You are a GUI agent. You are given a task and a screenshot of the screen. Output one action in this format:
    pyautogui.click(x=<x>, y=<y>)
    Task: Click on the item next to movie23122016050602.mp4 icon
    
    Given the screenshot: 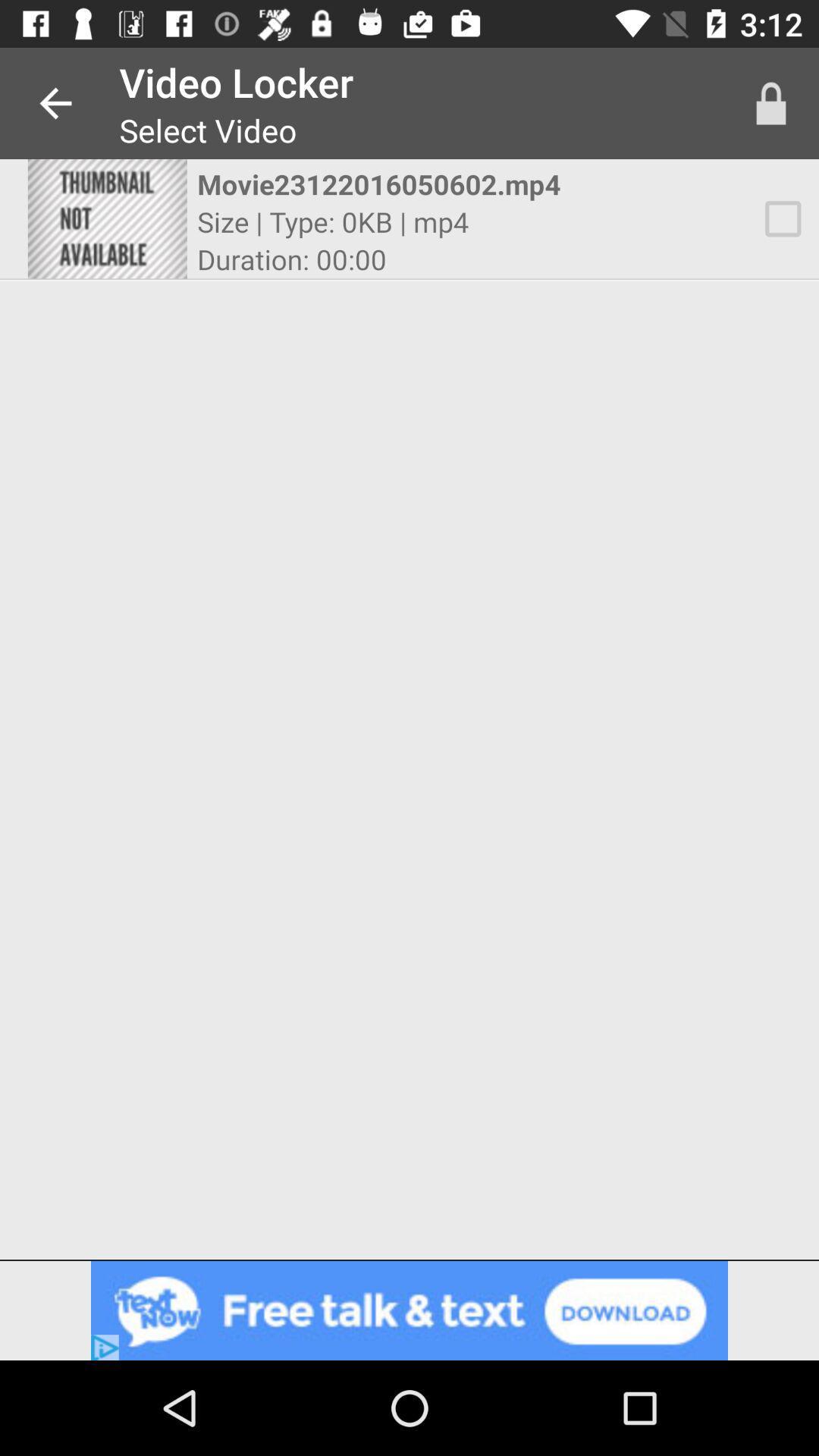 What is the action you would take?
    pyautogui.click(x=106, y=218)
    